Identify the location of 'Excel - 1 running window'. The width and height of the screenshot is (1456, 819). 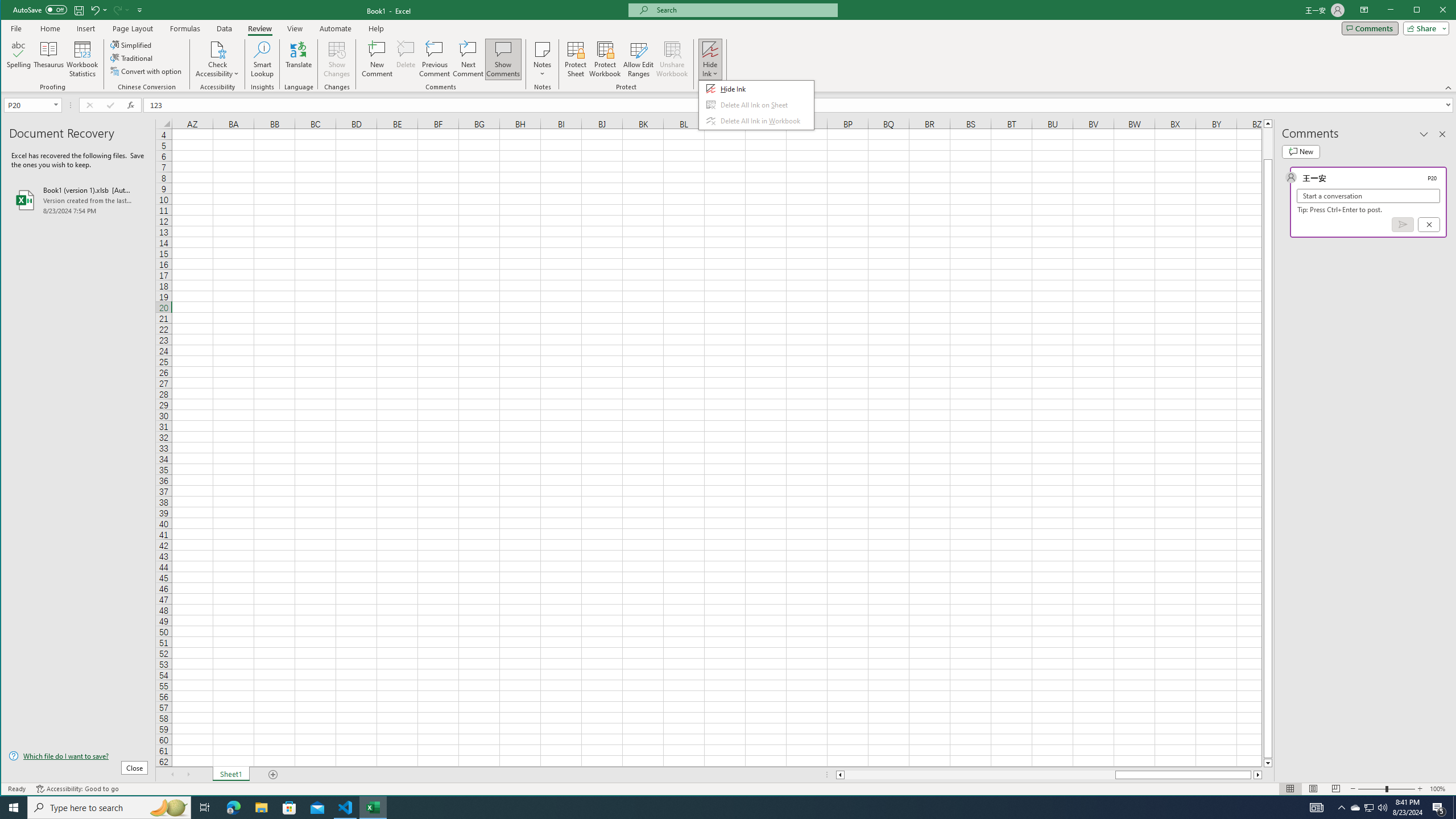
(373, 806).